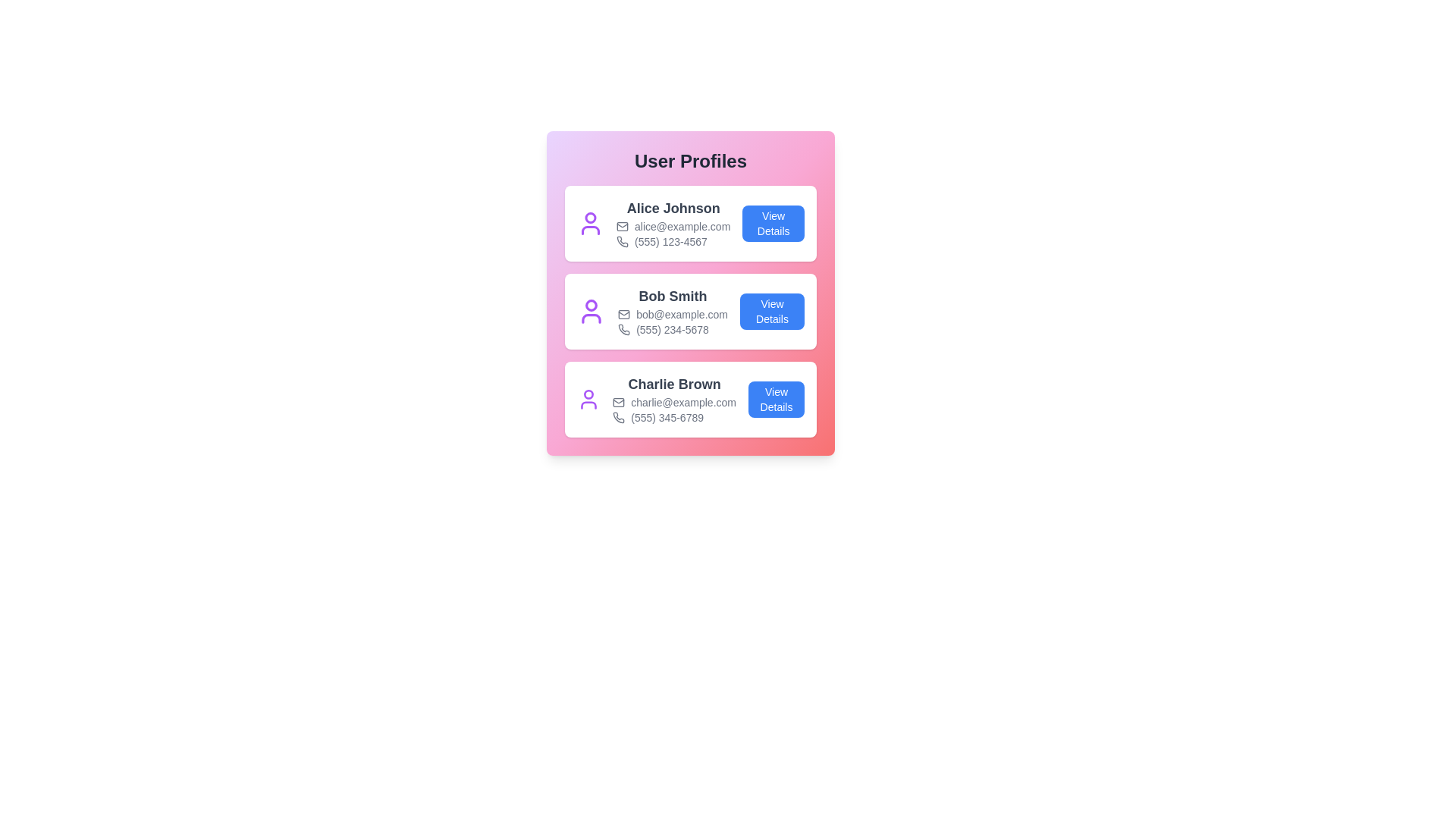  What do you see at coordinates (773, 223) in the screenshot?
I see `'View Details' button for the user profile of Alice Johnson` at bounding box center [773, 223].